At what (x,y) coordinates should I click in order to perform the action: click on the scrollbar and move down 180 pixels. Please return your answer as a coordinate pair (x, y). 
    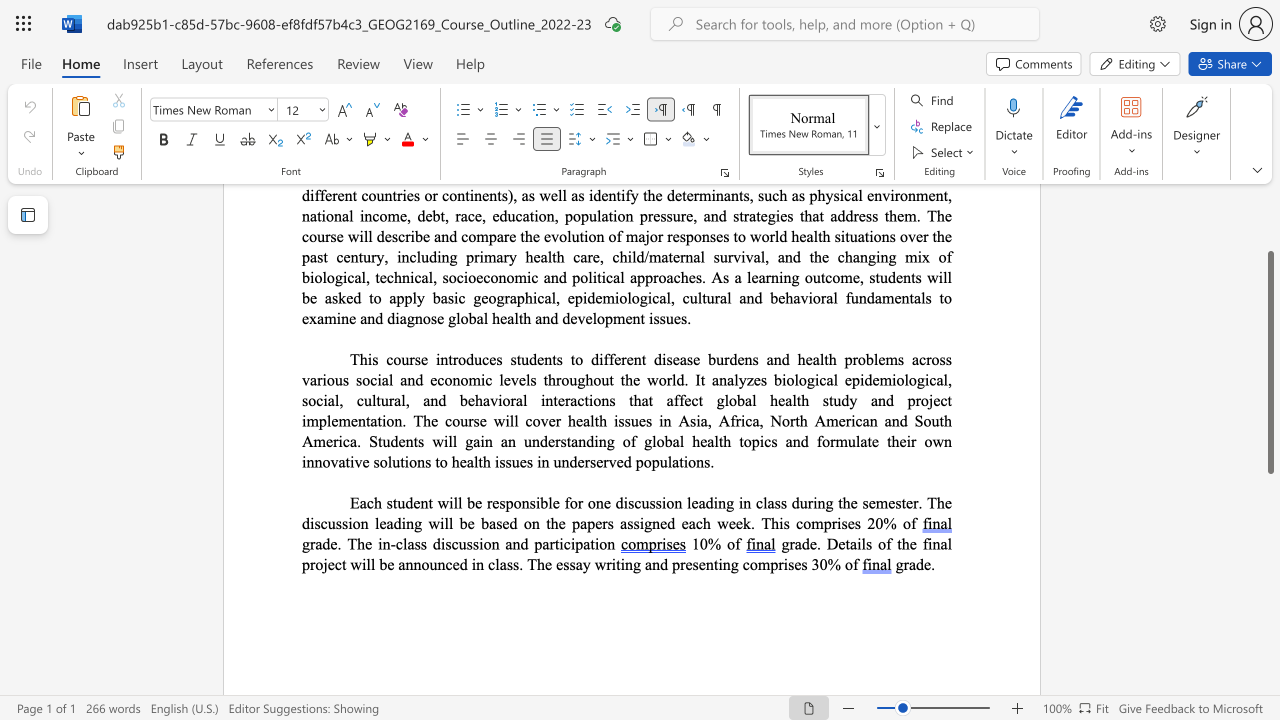
    Looking at the image, I should click on (1269, 362).